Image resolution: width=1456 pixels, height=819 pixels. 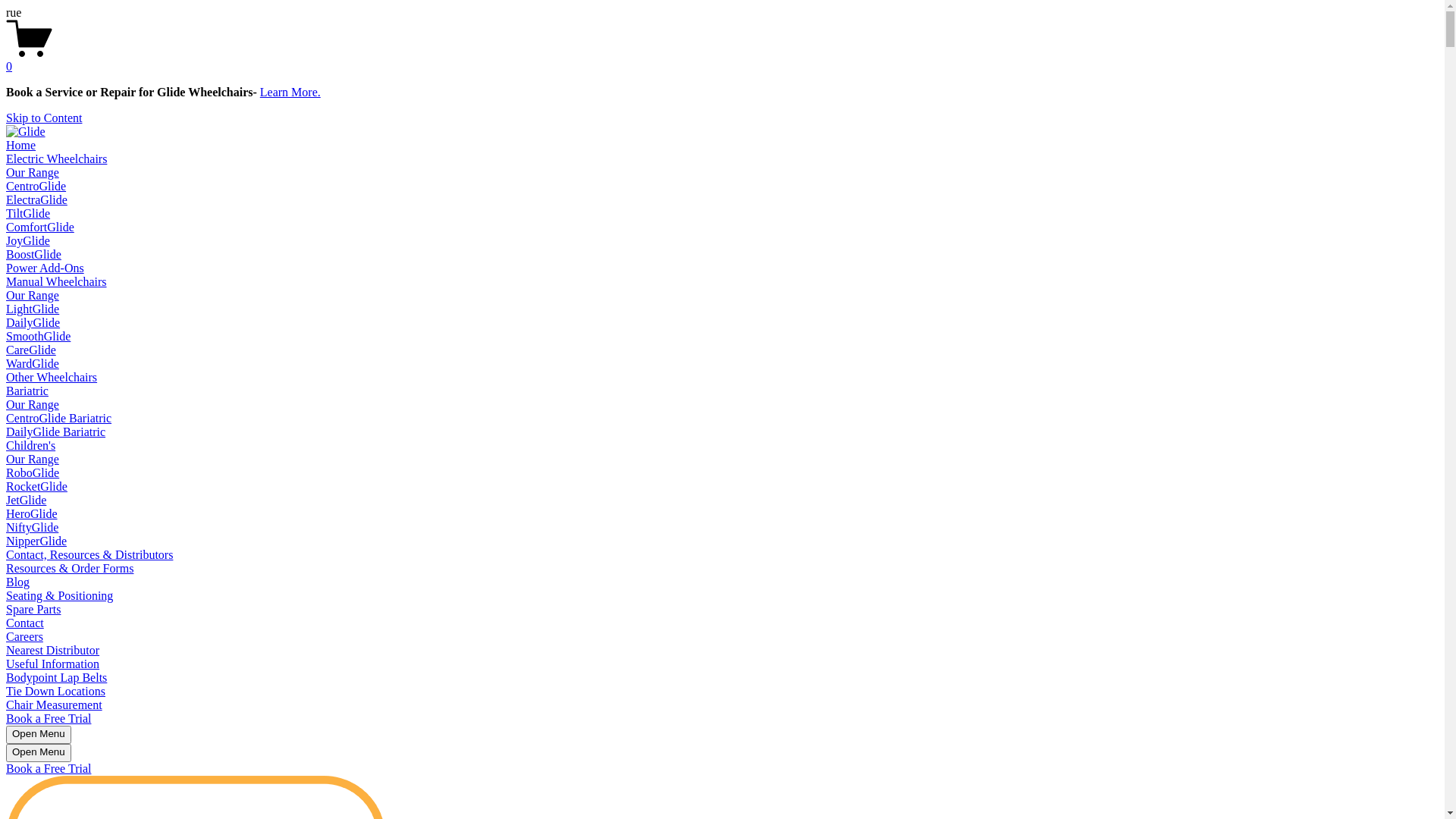 What do you see at coordinates (20, 145) in the screenshot?
I see `'Home'` at bounding box center [20, 145].